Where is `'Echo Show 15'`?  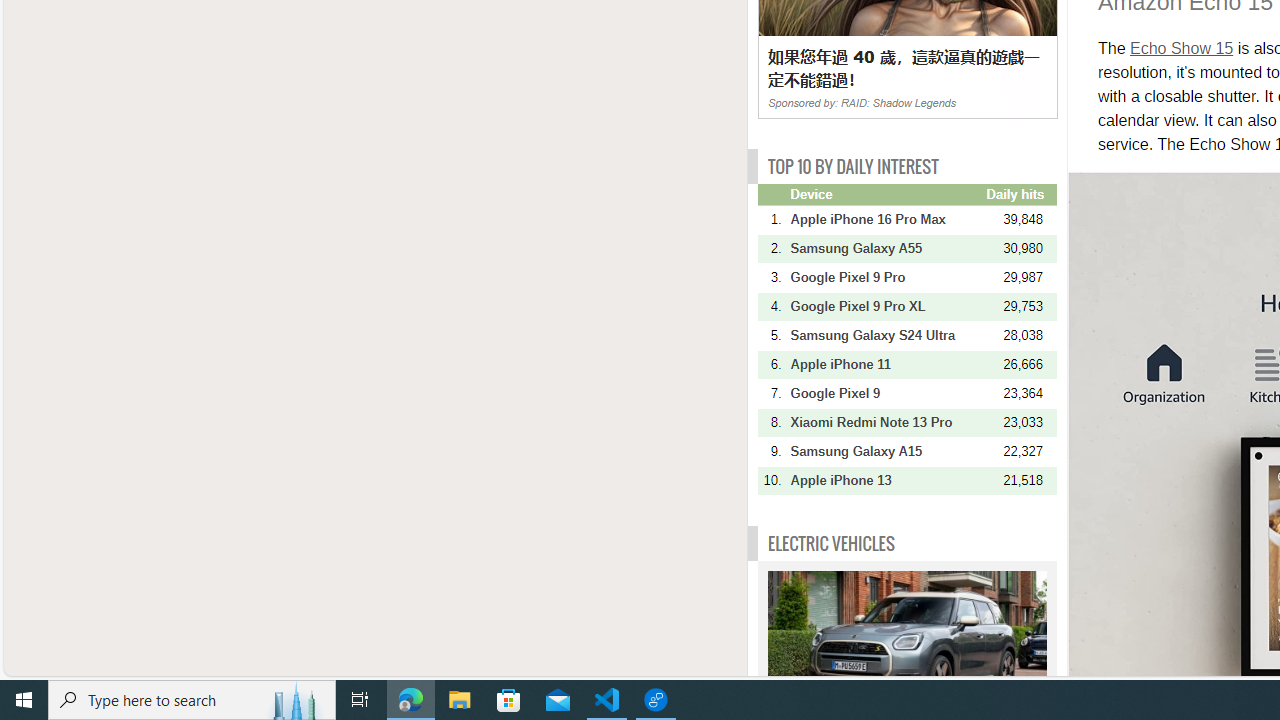 'Echo Show 15' is located at coordinates (1182, 47).